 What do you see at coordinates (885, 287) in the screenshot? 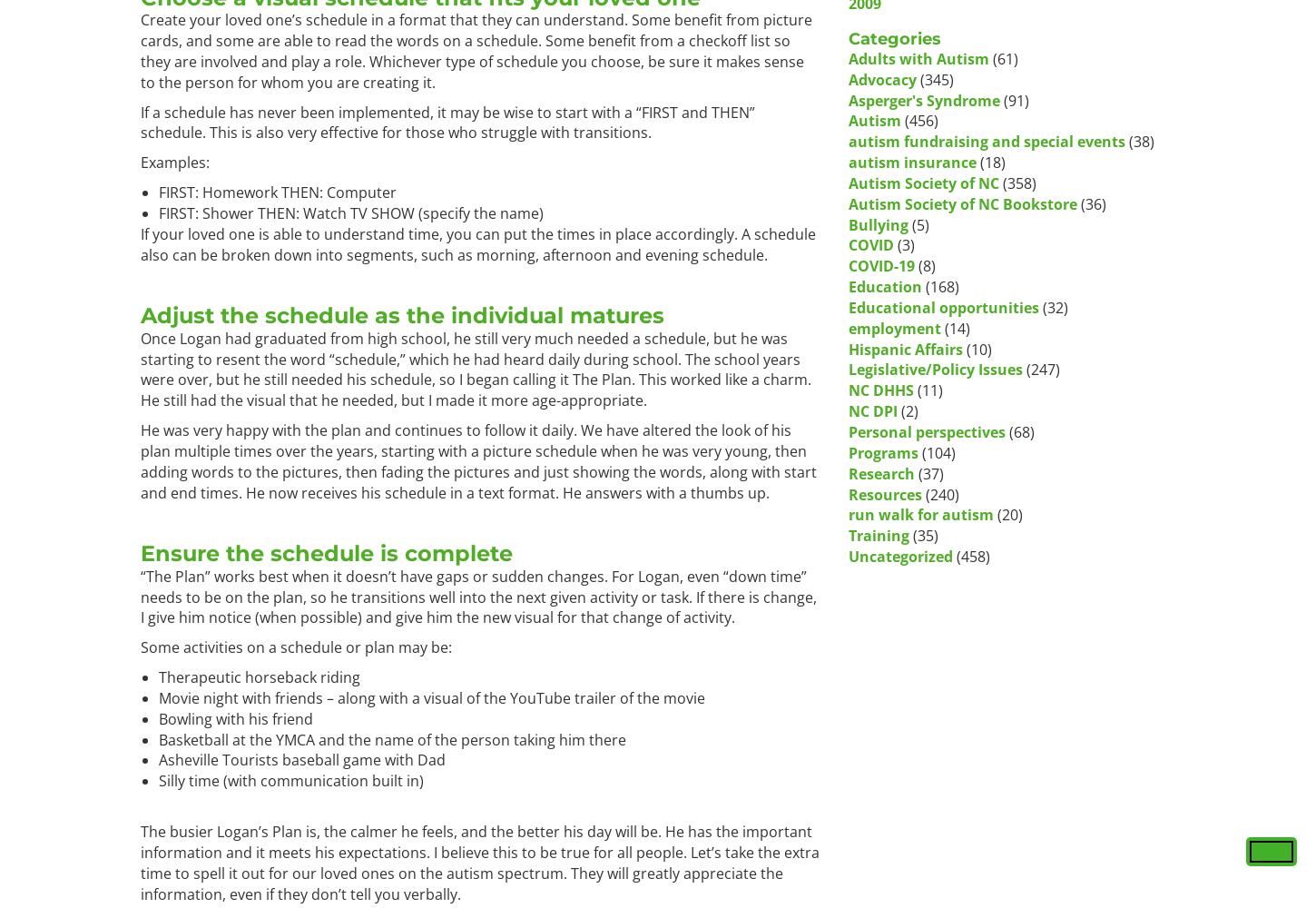
I see `'Education'` at bounding box center [885, 287].